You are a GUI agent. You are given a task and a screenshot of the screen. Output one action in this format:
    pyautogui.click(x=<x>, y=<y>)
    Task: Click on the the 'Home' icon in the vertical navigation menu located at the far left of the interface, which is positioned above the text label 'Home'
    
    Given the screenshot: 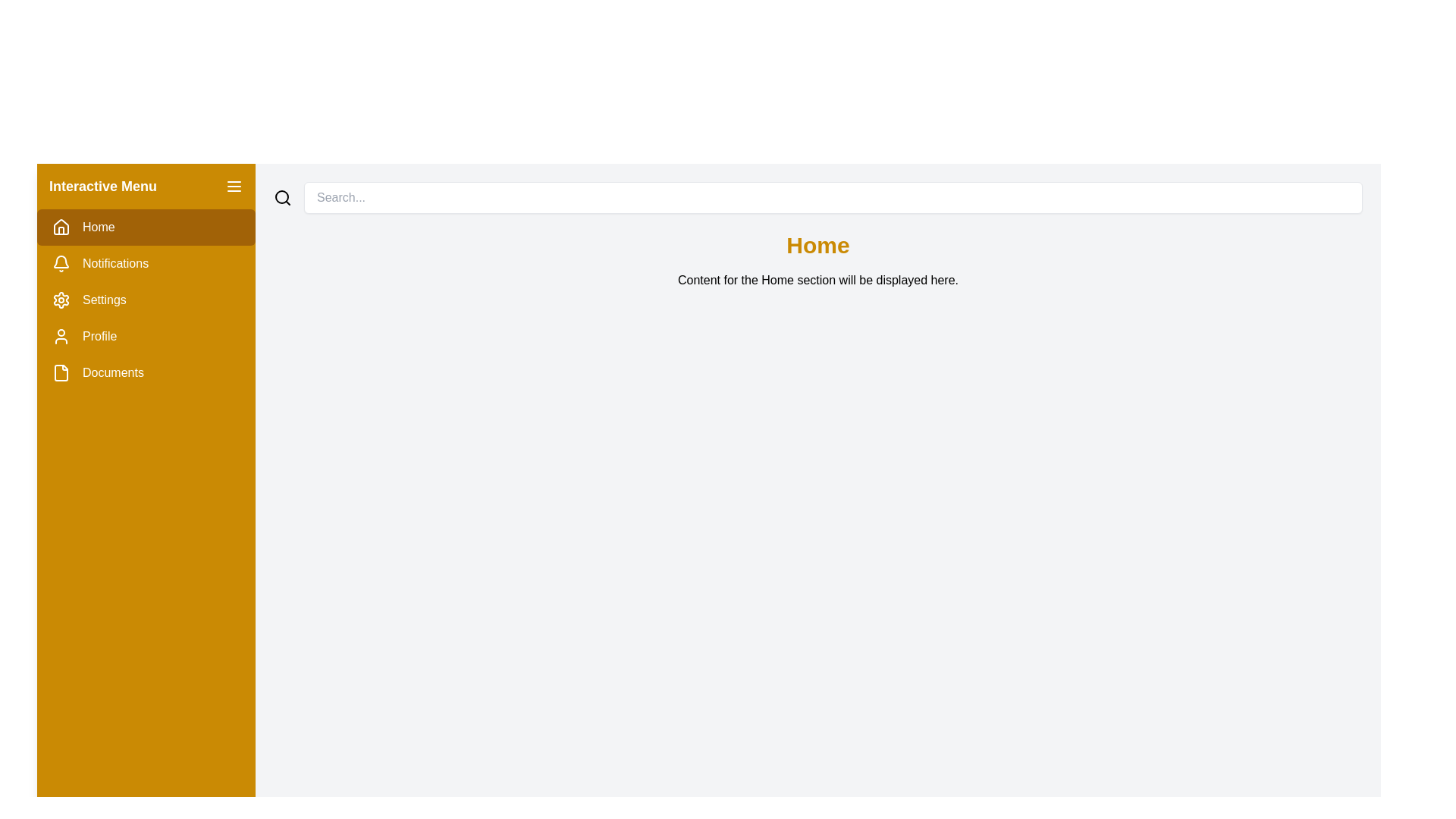 What is the action you would take?
    pyautogui.click(x=61, y=227)
    